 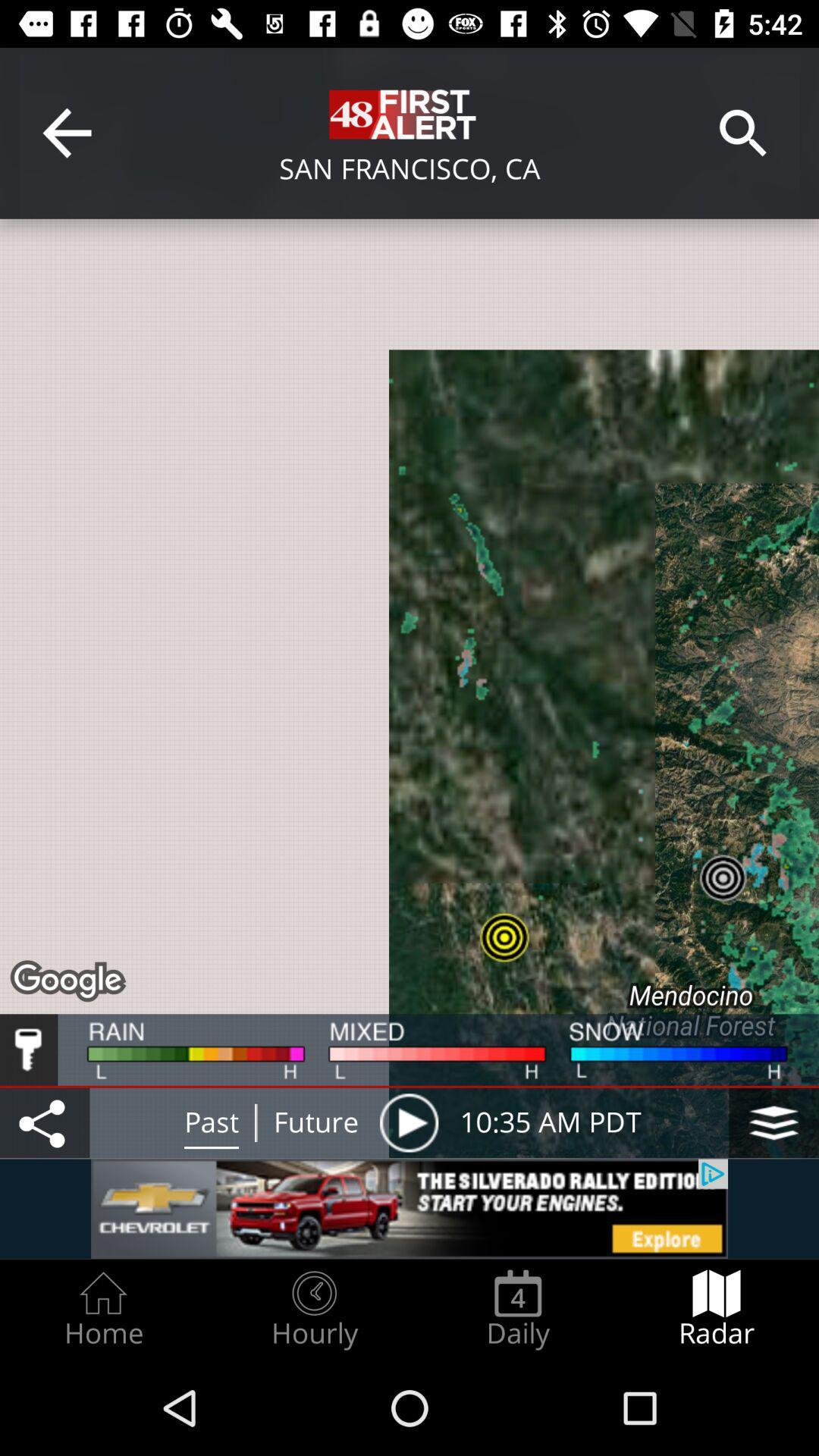 What do you see at coordinates (717, 1309) in the screenshot?
I see `the item next to daily radio button` at bounding box center [717, 1309].